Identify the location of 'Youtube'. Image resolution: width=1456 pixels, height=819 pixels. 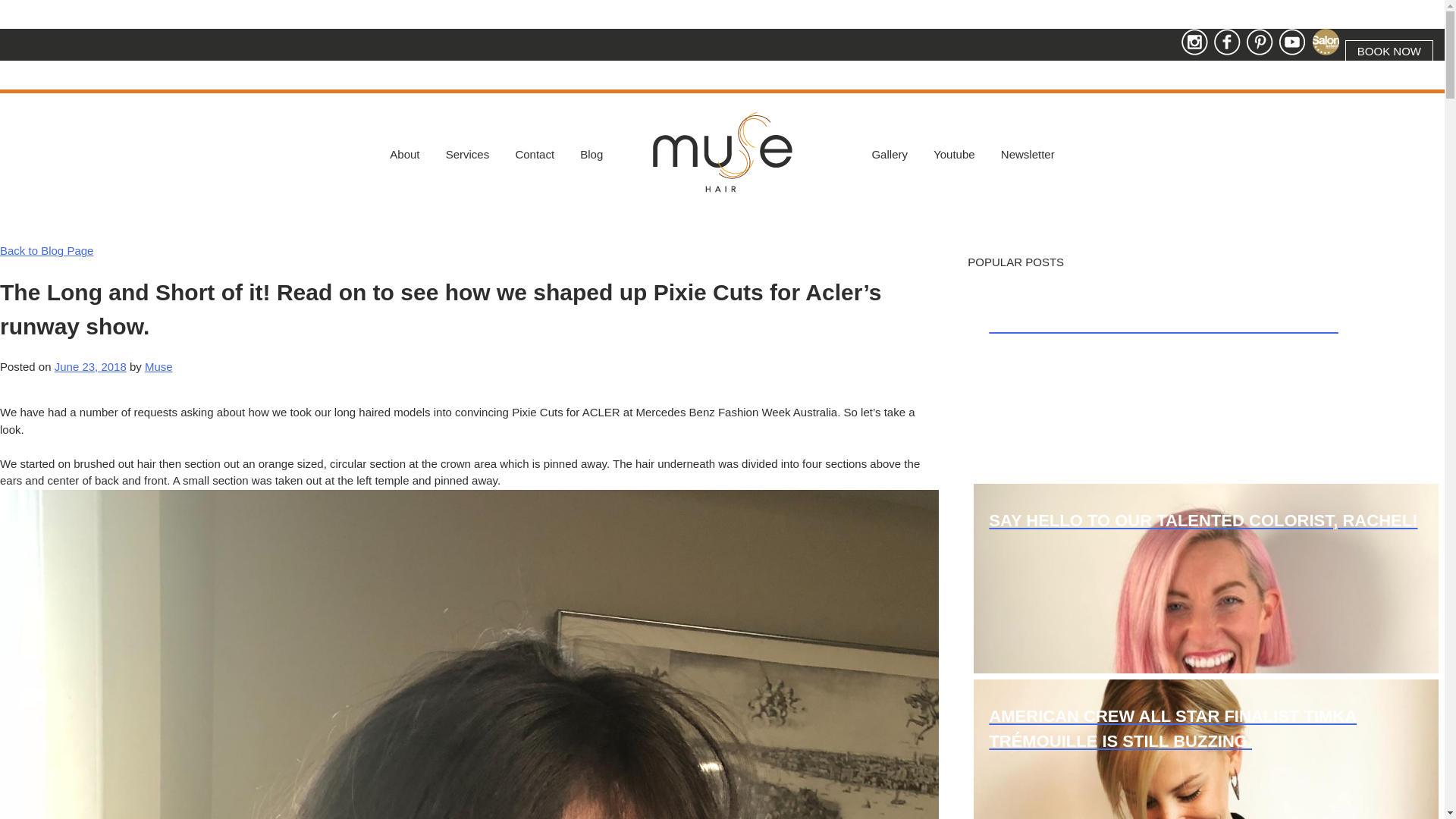
(953, 155).